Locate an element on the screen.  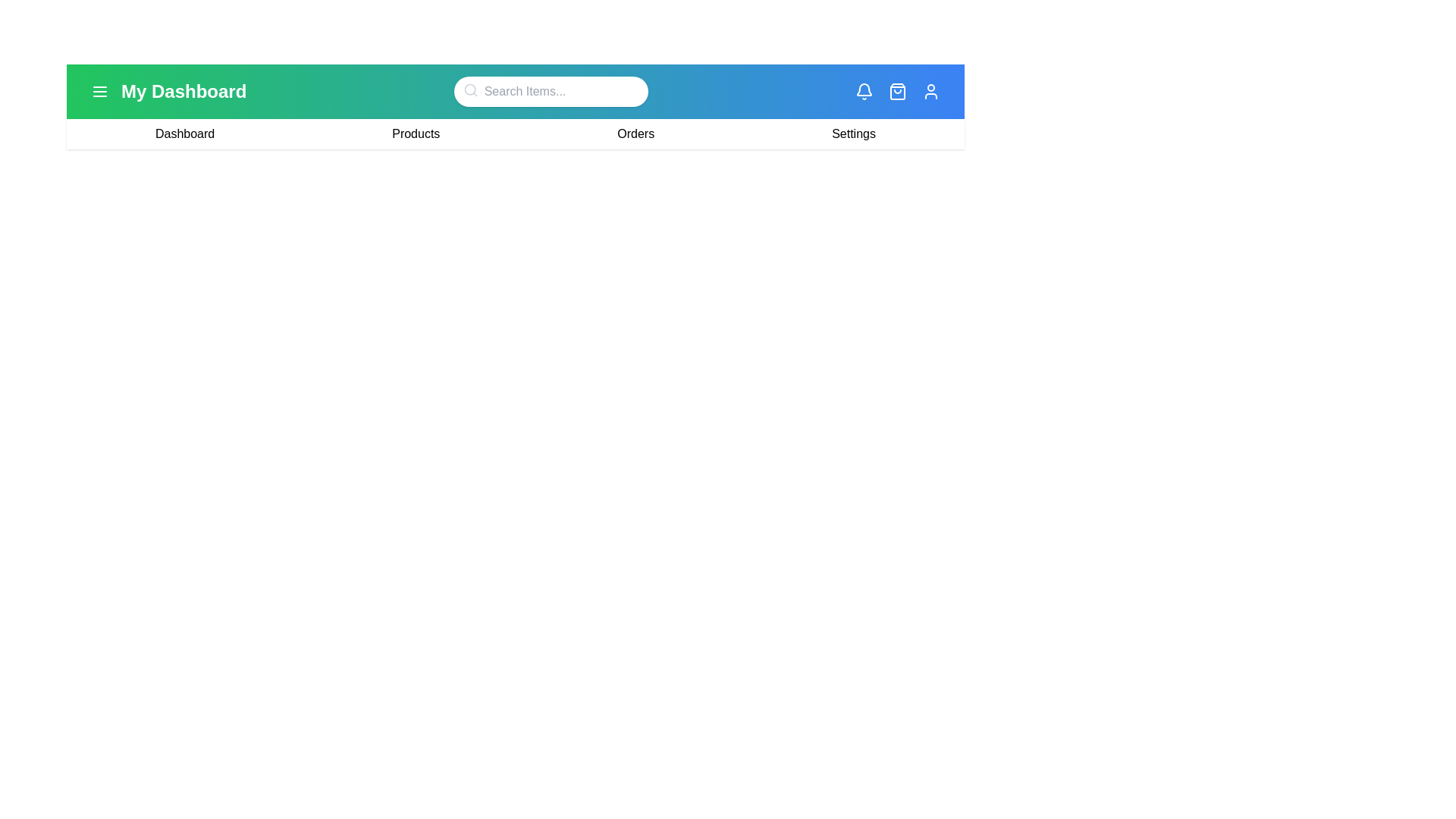
the bell icon to access notifications is located at coordinates (864, 91).